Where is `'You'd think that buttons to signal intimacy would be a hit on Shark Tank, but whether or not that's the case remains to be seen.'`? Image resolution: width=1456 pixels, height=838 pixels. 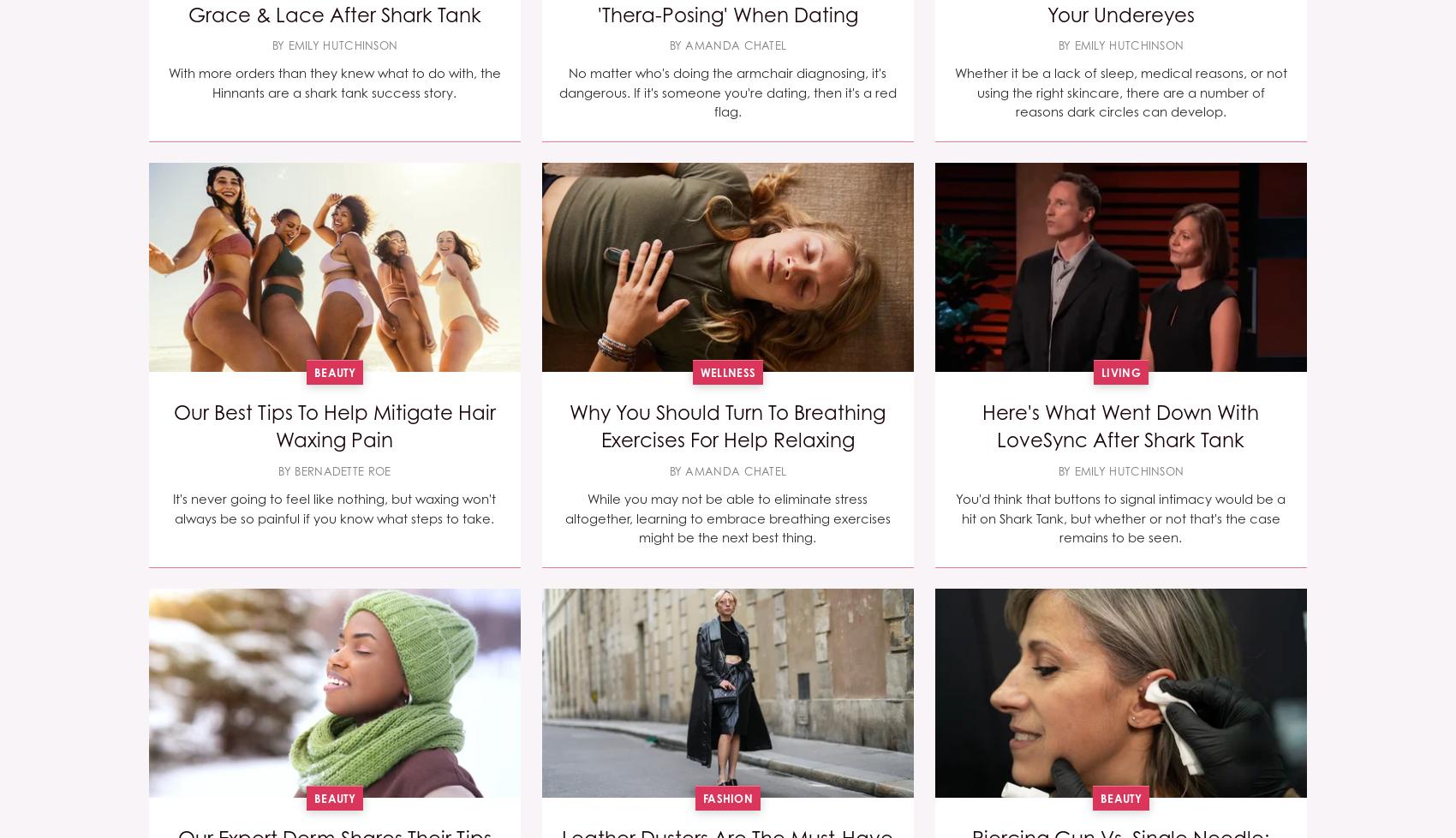
'You'd think that buttons to signal intimacy would be a hit on Shark Tank, but whether or not that's the case remains to be seen.' is located at coordinates (956, 518).